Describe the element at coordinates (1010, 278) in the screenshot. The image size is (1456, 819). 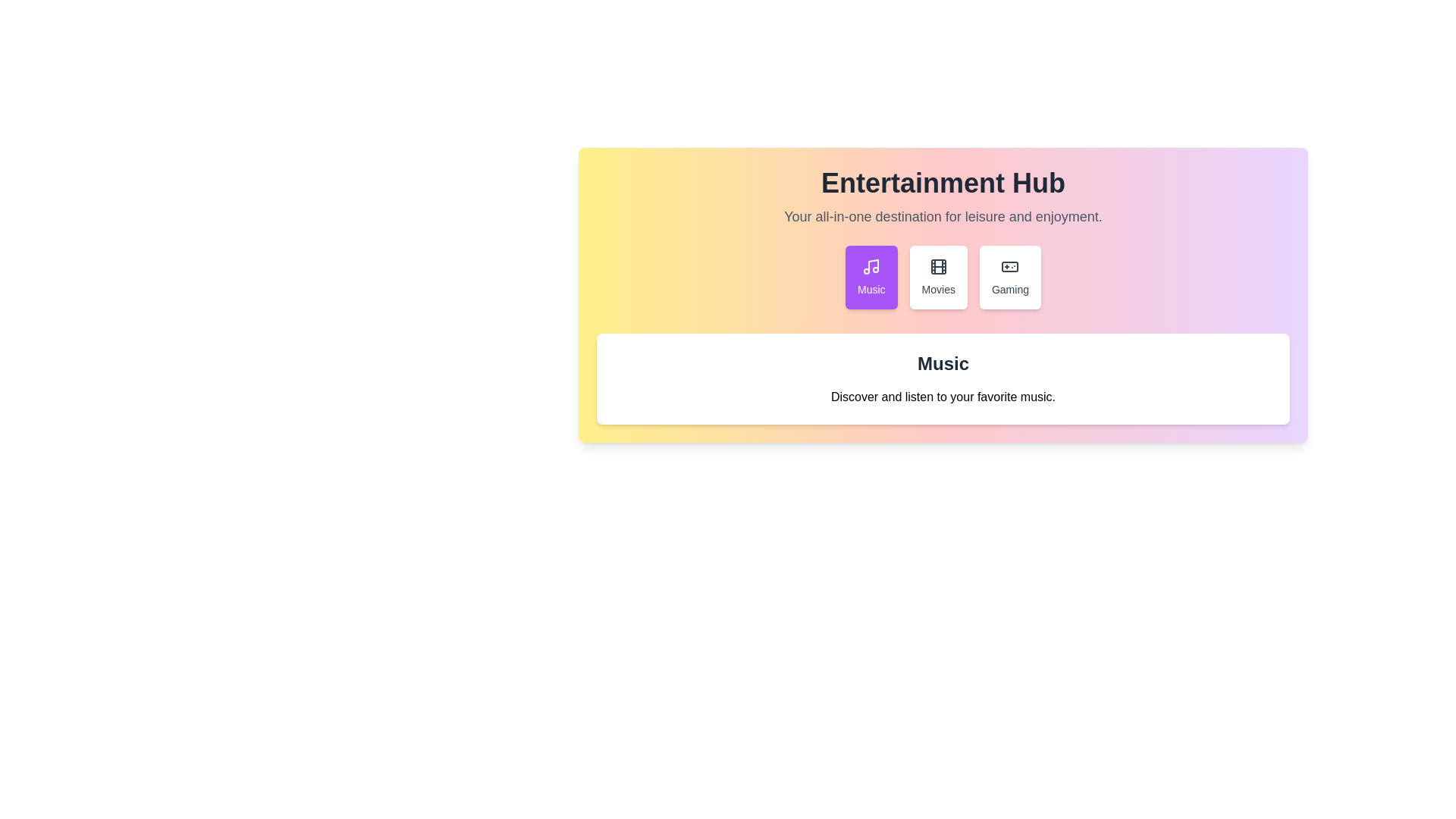
I see `the 'Gaming' category button, which is the third button in the horizontal group under 'Entertainment Hub'` at that location.